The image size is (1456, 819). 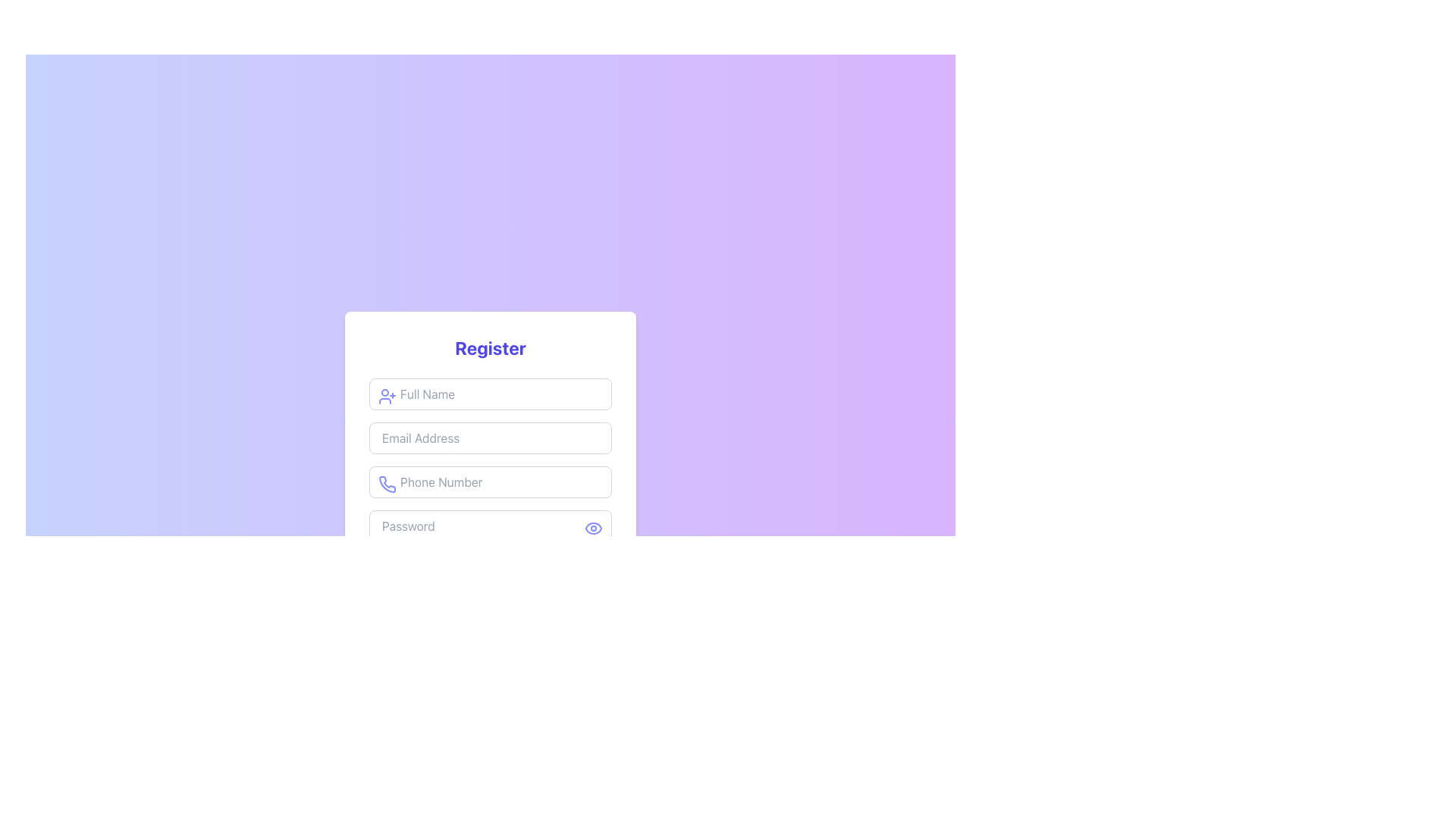 What do you see at coordinates (387, 485) in the screenshot?
I see `the decorative phone number icon located inside the 'Phone Number' input field, positioned to the left of the placeholder text` at bounding box center [387, 485].